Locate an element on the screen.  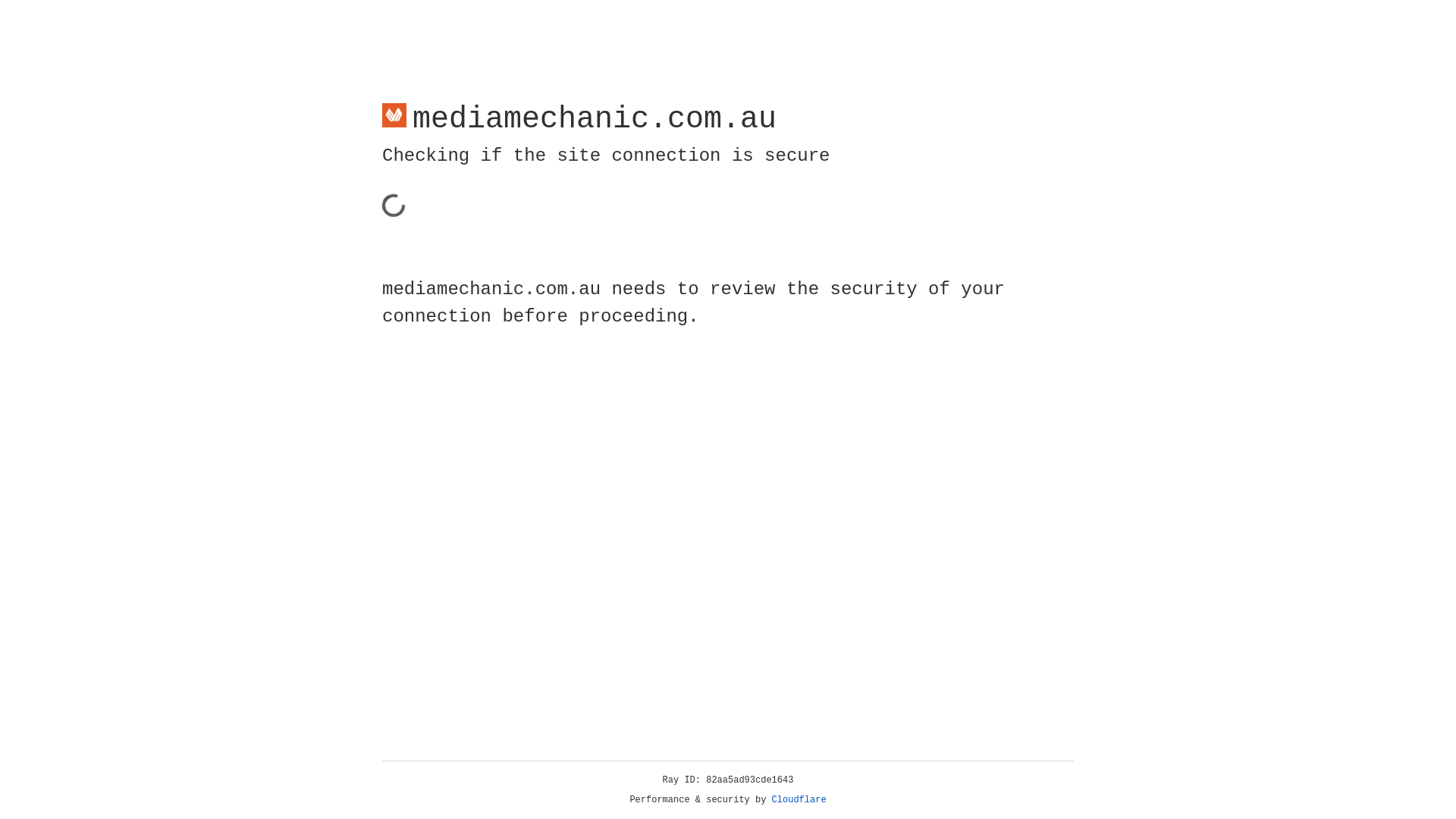
'Cloudflare' is located at coordinates (799, 799).